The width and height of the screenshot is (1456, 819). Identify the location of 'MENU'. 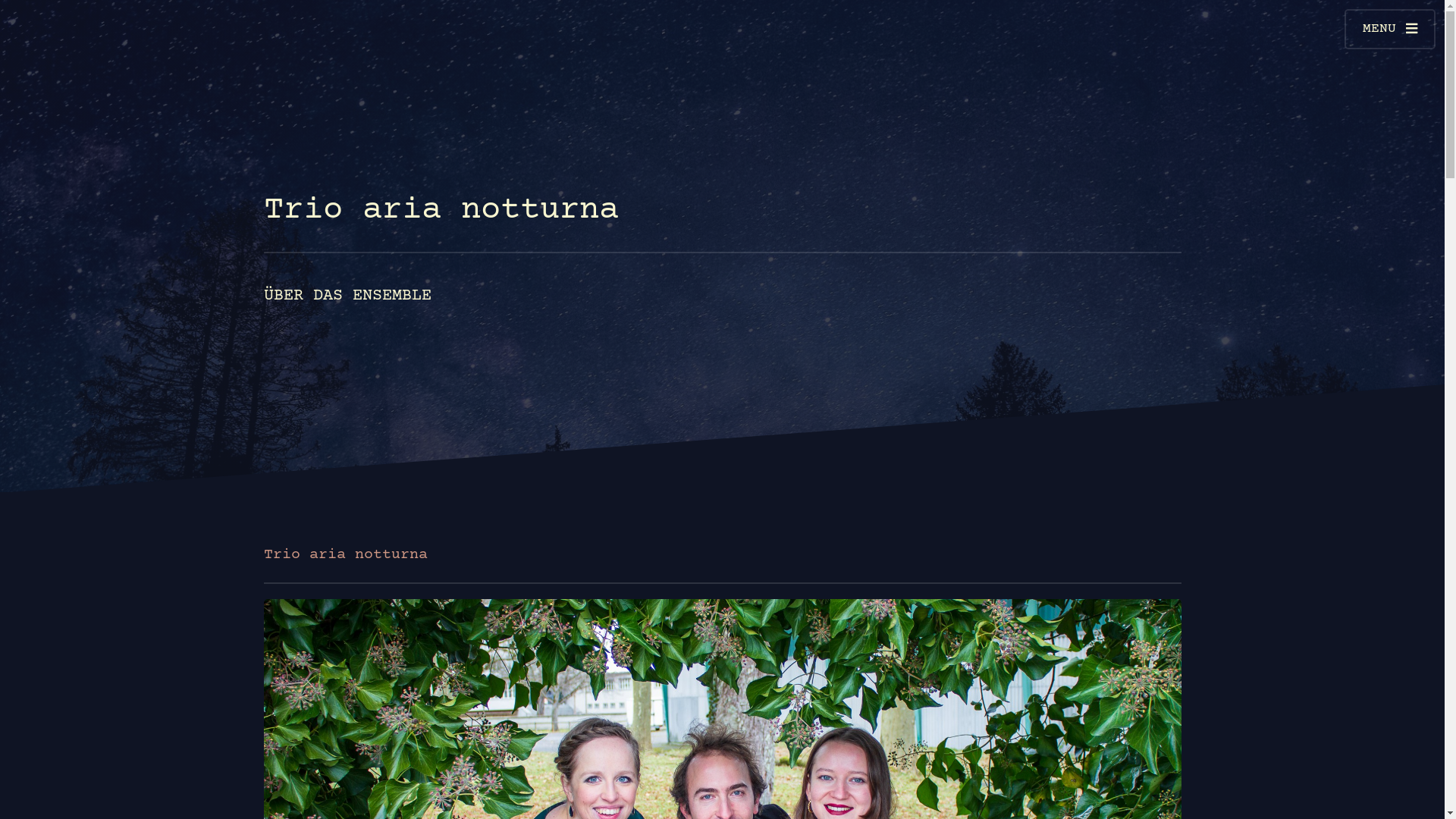
(1344, 29).